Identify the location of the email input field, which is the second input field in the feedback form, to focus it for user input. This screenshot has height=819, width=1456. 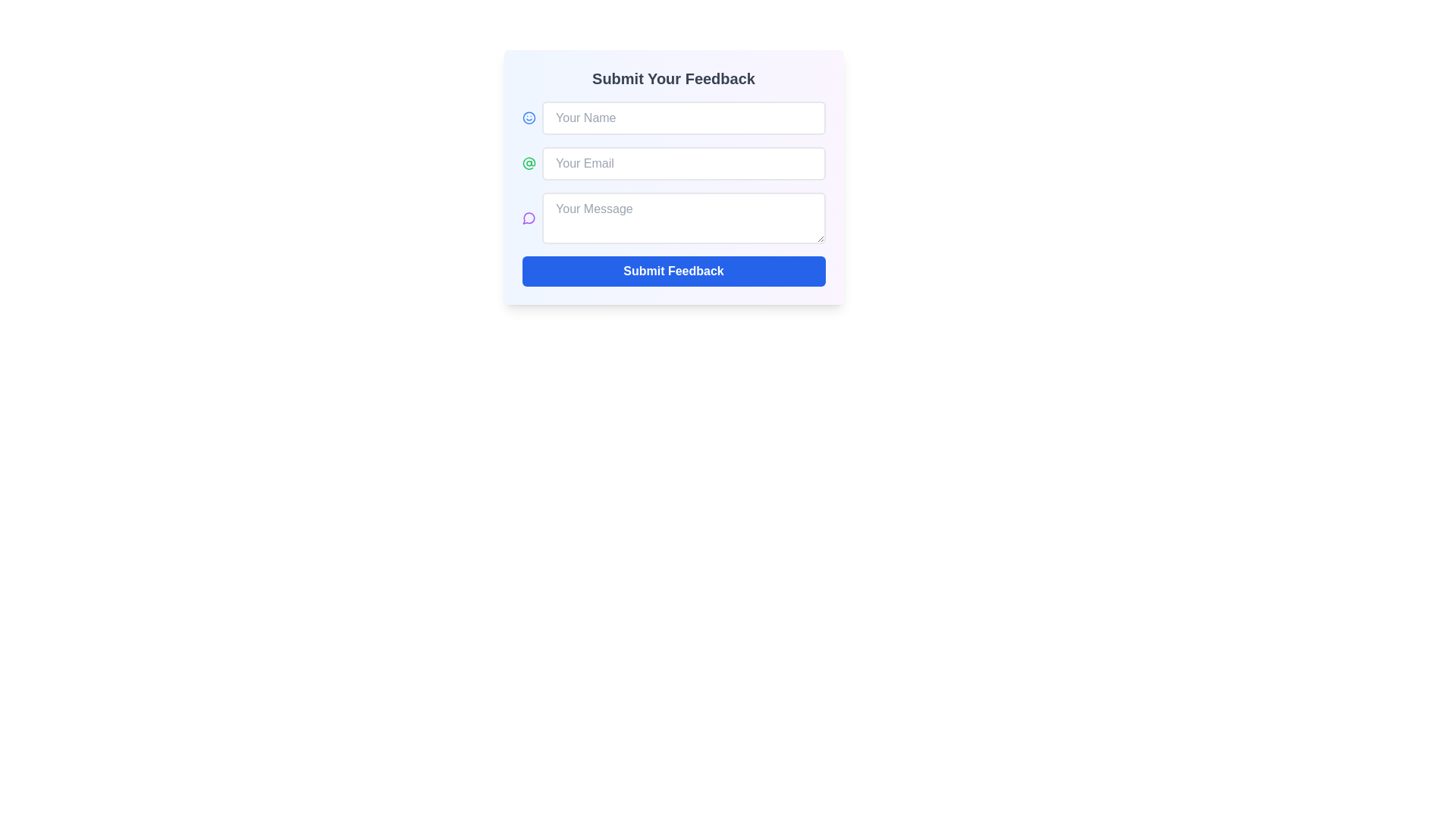
(673, 164).